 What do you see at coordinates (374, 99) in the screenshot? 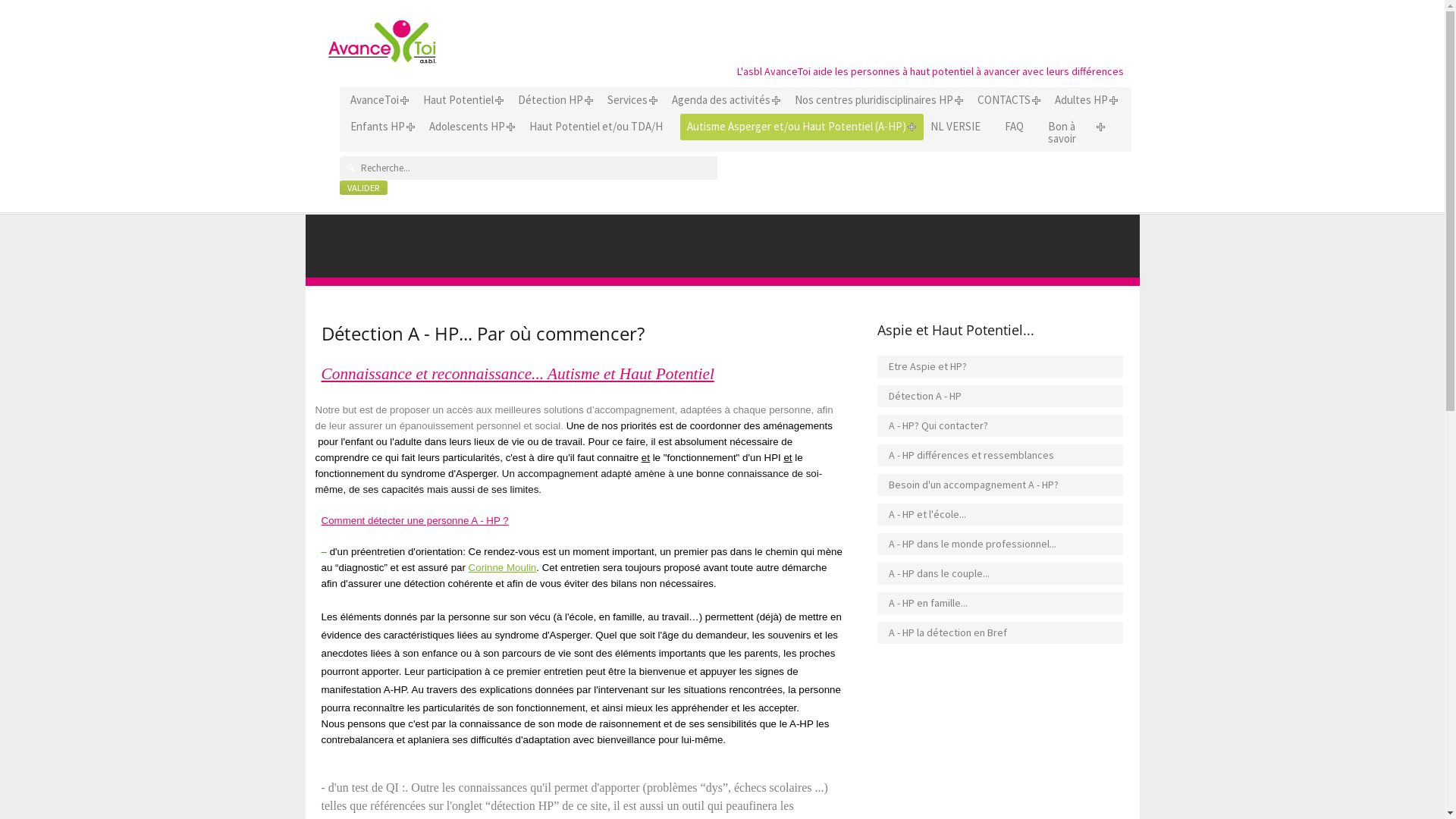
I see `'AvanceToi'` at bounding box center [374, 99].